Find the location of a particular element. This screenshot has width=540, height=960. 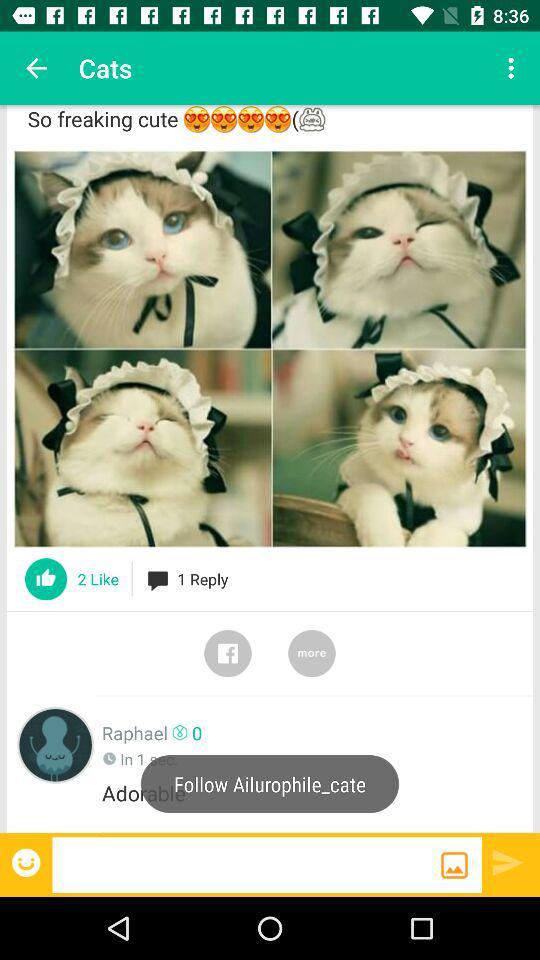

see the pictures is located at coordinates (270, 349).